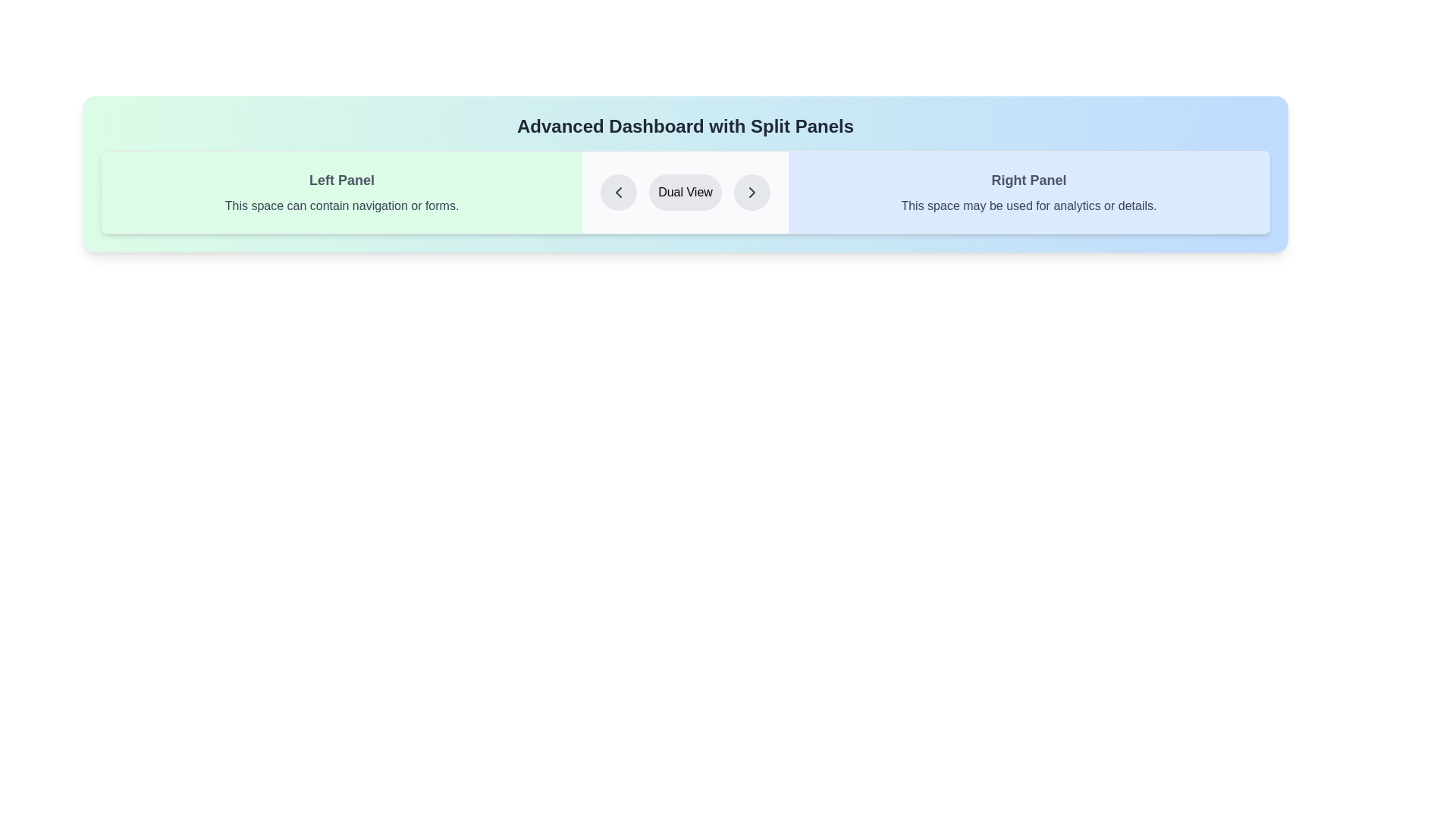  Describe the element at coordinates (684, 192) in the screenshot. I see `the 'Dual View' button, which is a rounded rectangular button with a light gray background and black text, to observe its hover effect` at that location.